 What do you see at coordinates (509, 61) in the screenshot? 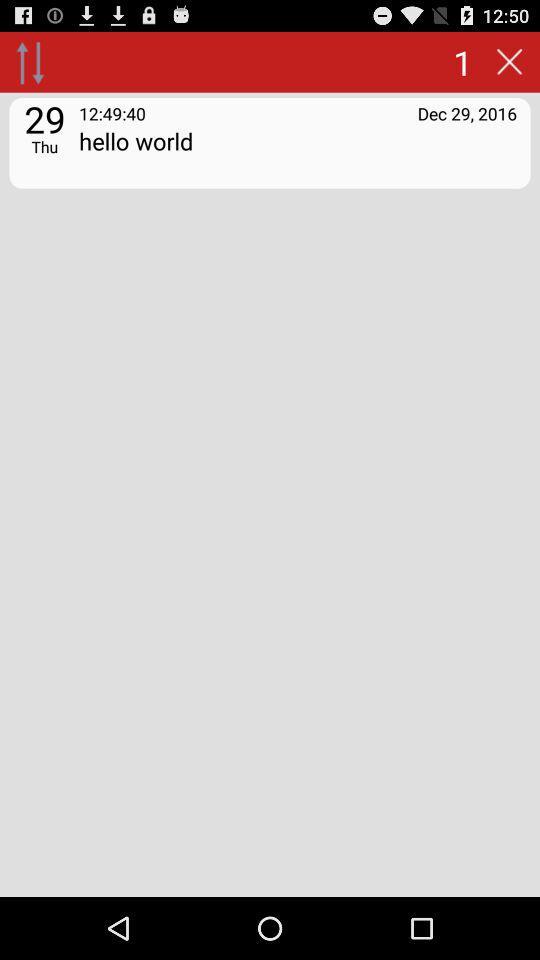
I see `the icon above dec 29, 2016 item` at bounding box center [509, 61].